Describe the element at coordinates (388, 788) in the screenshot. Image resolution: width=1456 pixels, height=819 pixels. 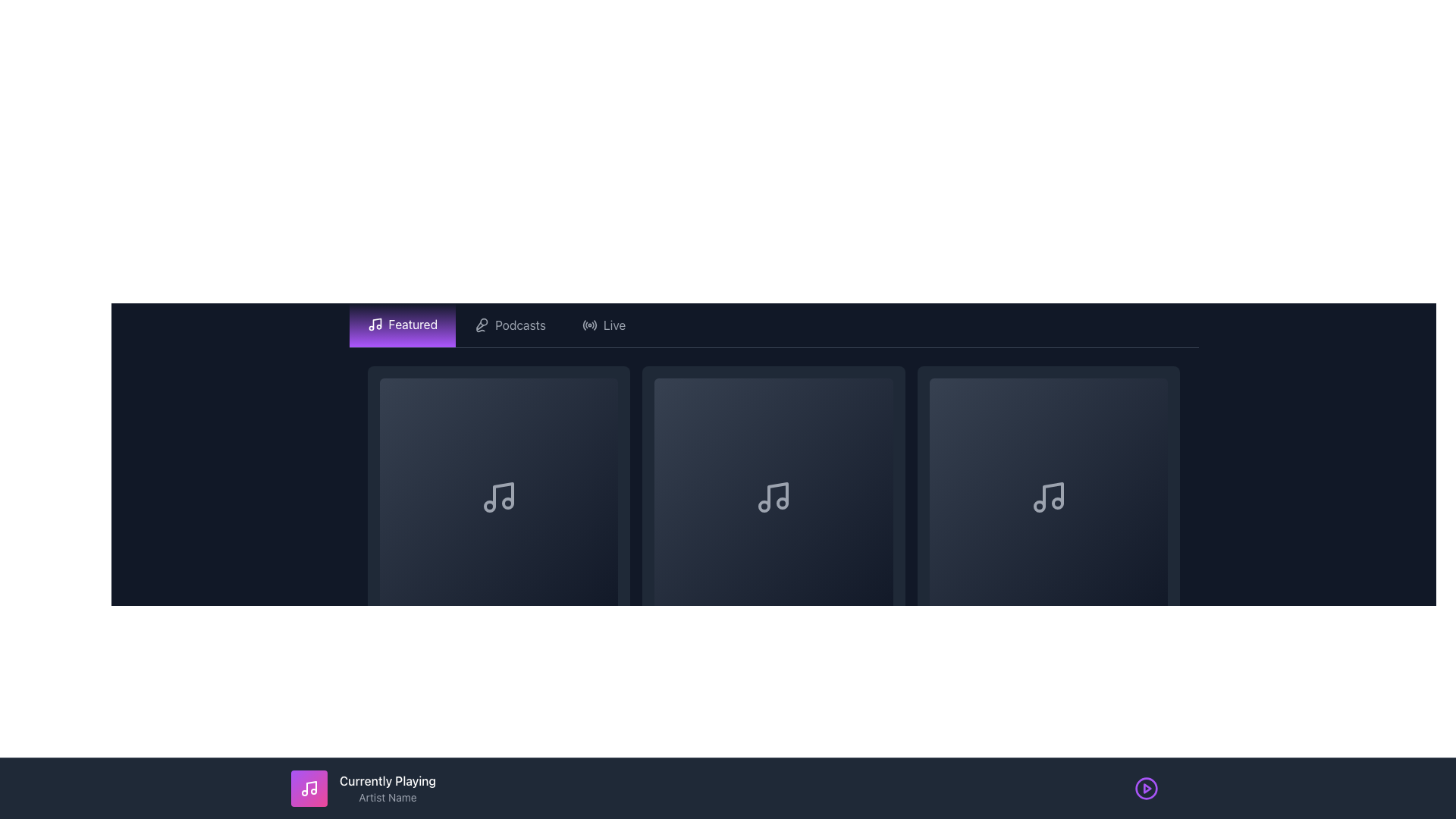
I see `text content of the informational UI element displaying 'Currently Playing' and 'Artist Name', located in the bottom bar of the interface, slightly above its lower edge` at that location.